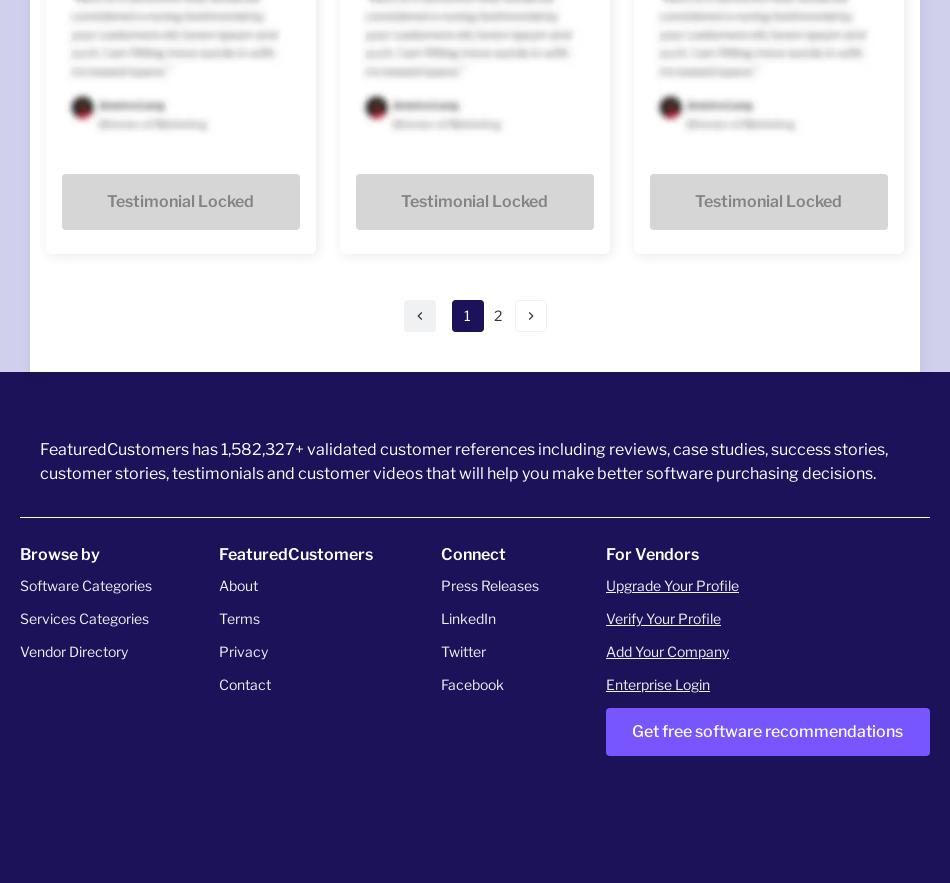 This screenshot has height=883, width=950. I want to click on 'Contact', so click(244, 683).